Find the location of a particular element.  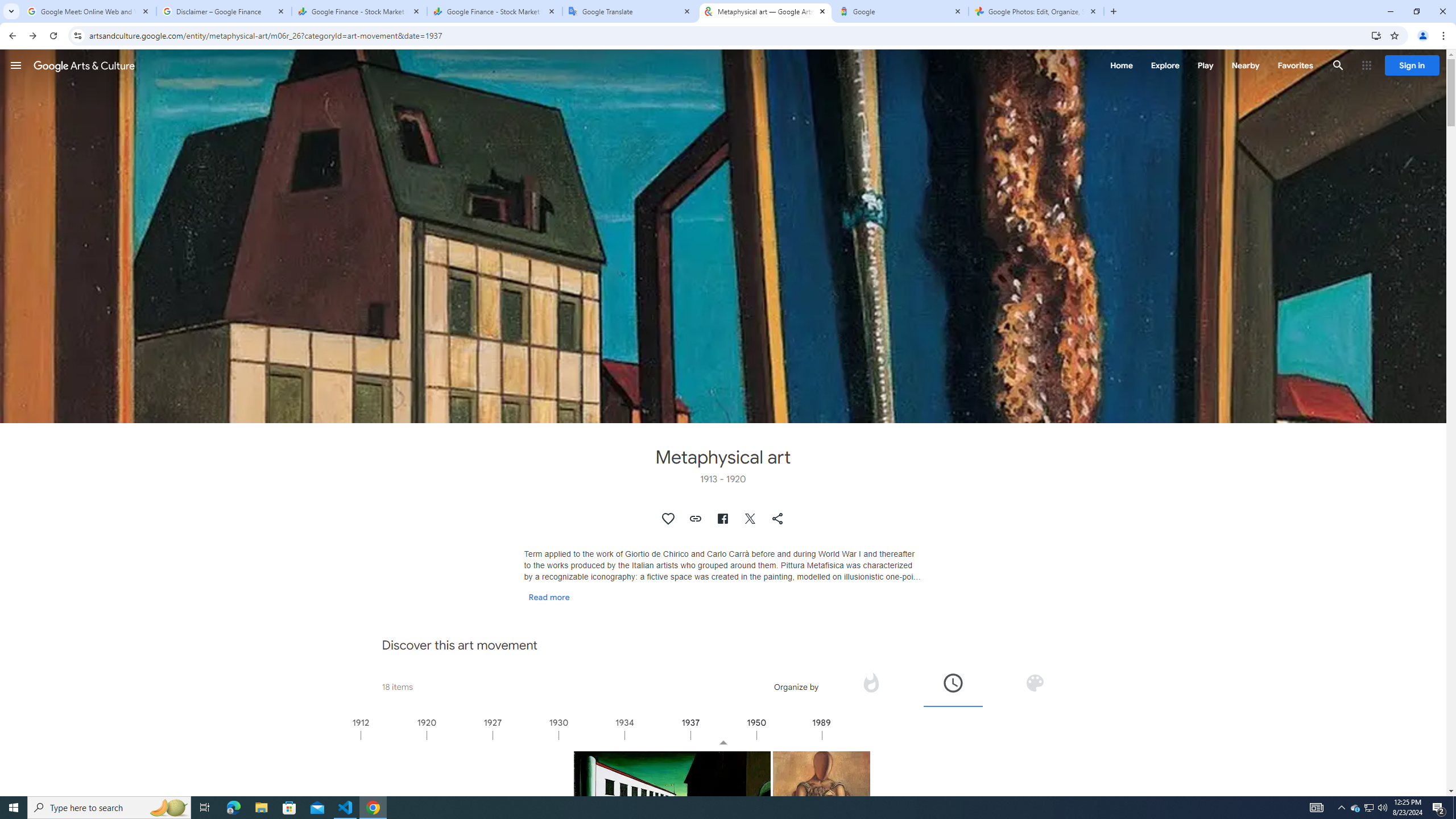

'Organize by color' is located at coordinates (1034, 686).